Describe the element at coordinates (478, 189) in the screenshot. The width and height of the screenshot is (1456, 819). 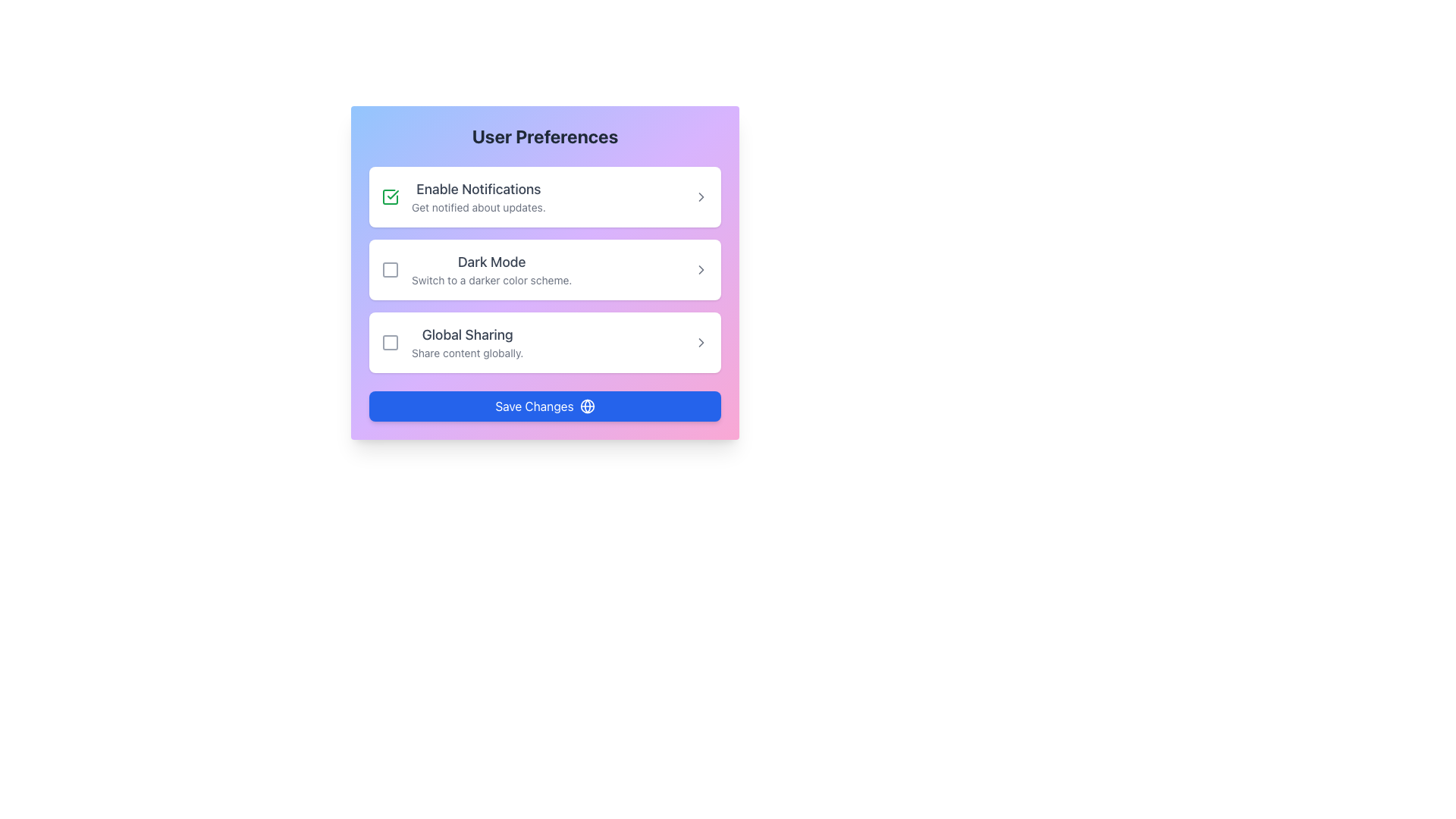
I see `the main label of the first option in the vertically stacked list of preferences, which describes the notification-enabling feature` at that location.